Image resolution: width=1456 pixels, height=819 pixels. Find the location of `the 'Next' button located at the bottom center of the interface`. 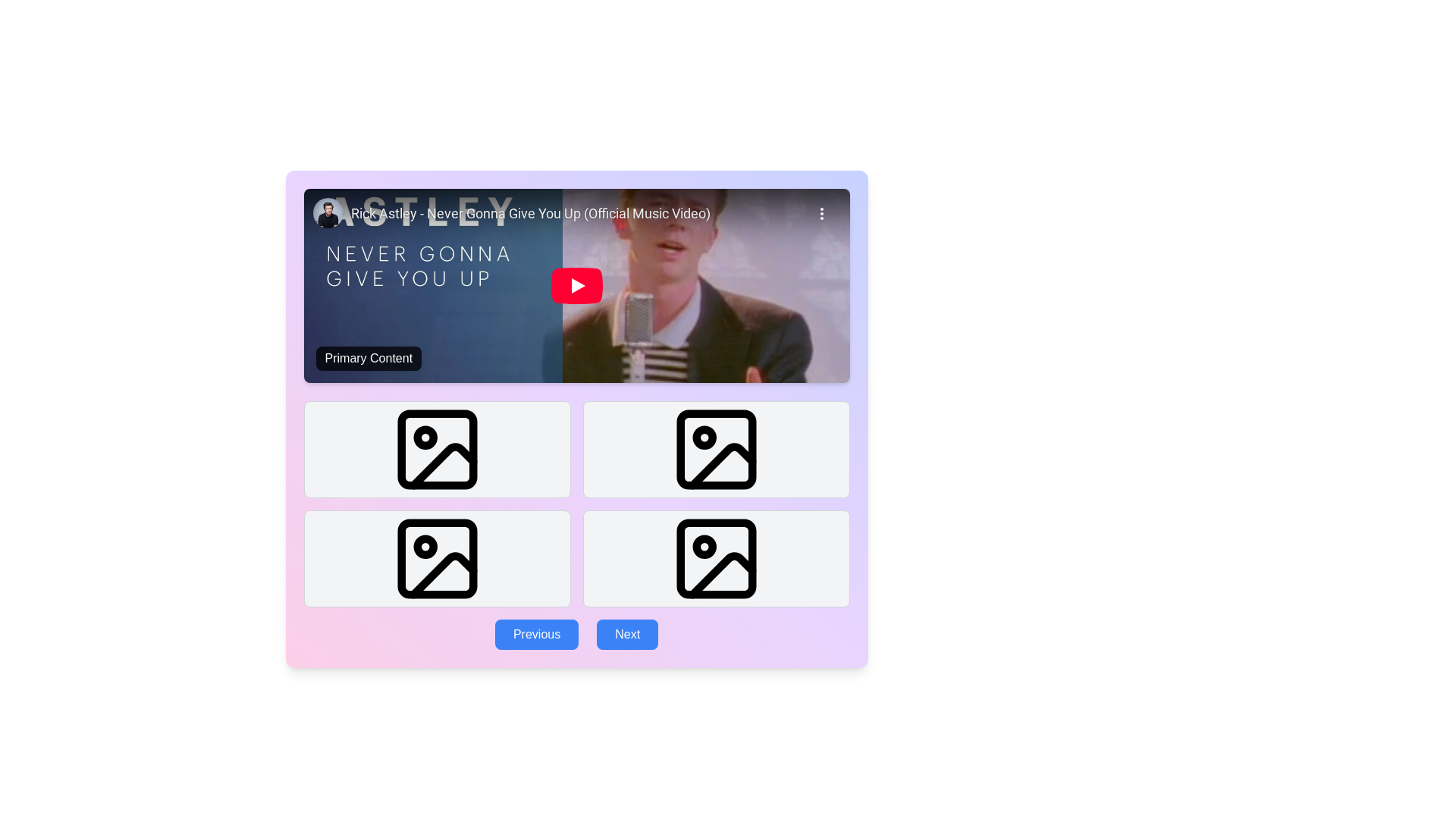

the 'Next' button located at the bottom center of the interface is located at coordinates (627, 635).